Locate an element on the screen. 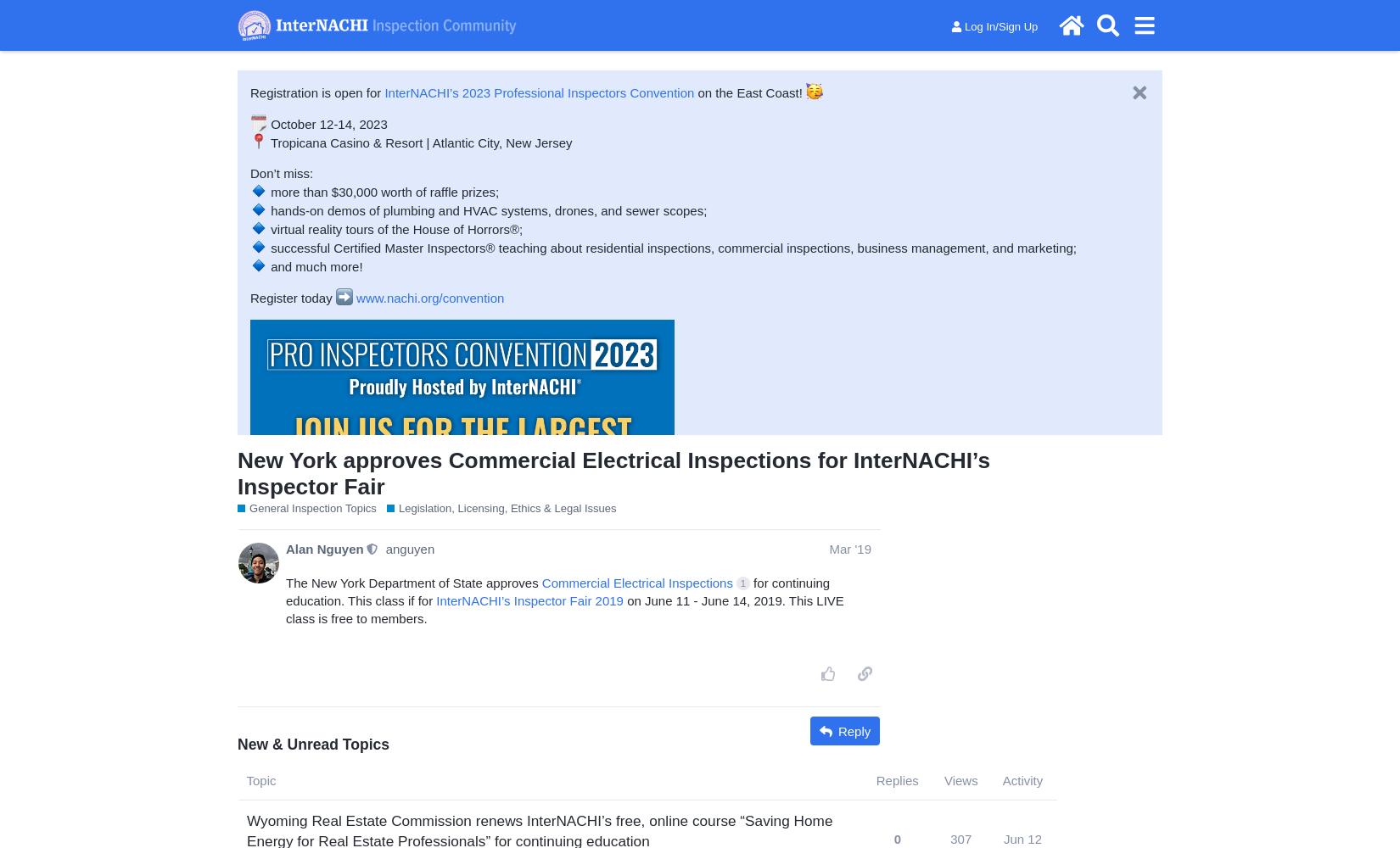  'Activity' is located at coordinates (1022, 780).